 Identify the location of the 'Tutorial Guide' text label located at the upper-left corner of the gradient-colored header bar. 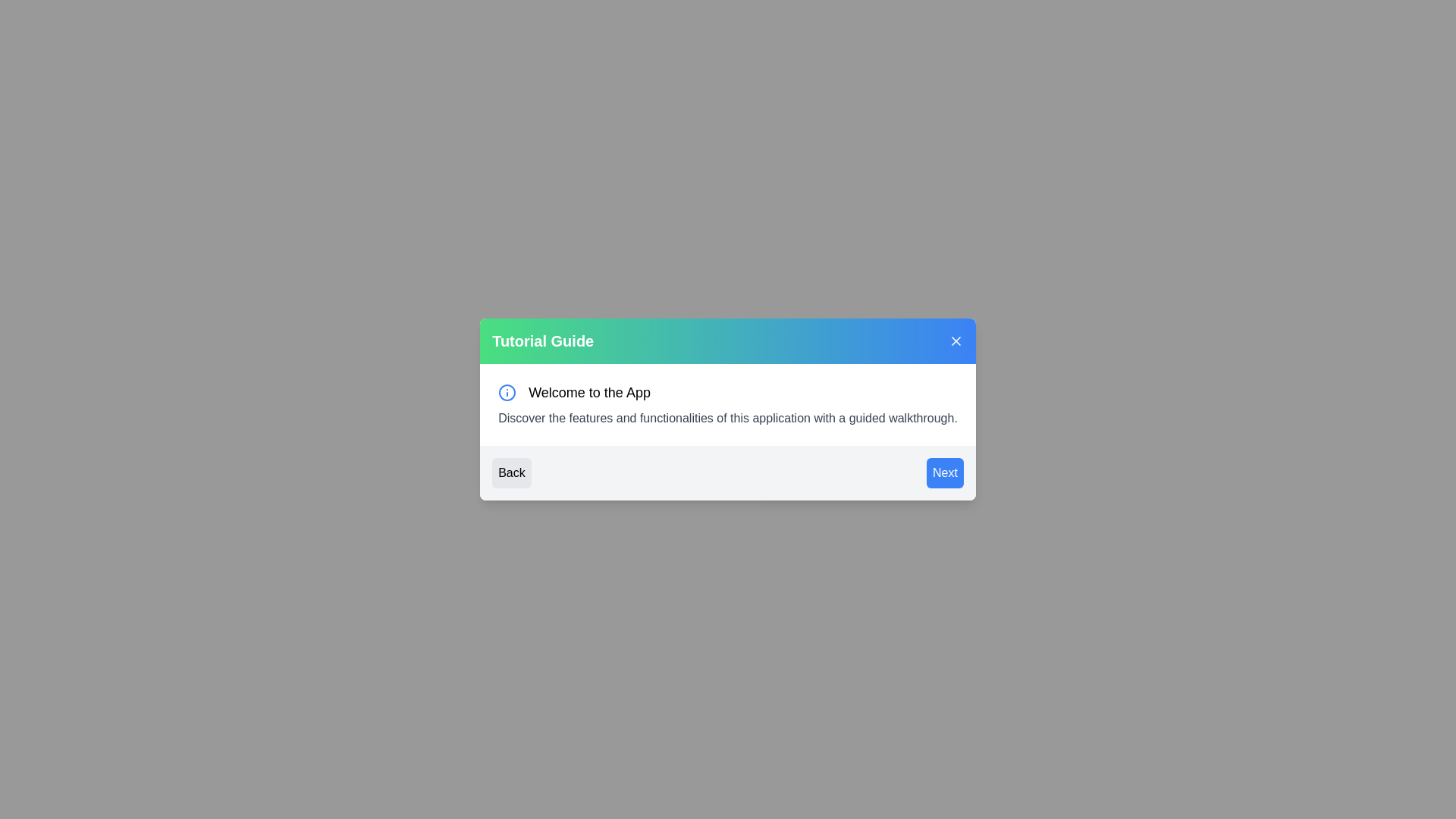
(543, 341).